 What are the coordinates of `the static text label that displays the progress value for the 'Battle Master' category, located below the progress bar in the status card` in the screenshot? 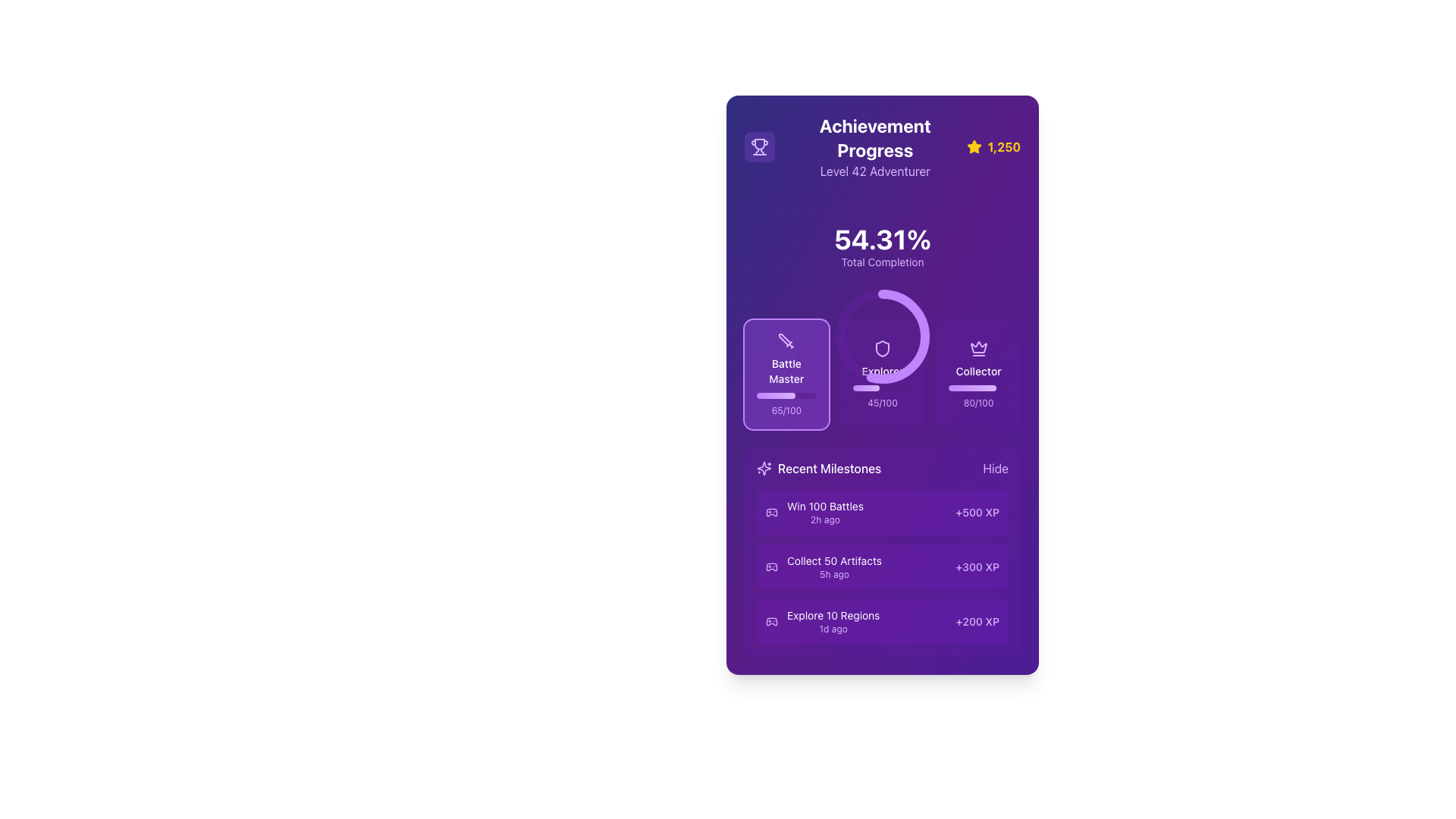 It's located at (786, 411).